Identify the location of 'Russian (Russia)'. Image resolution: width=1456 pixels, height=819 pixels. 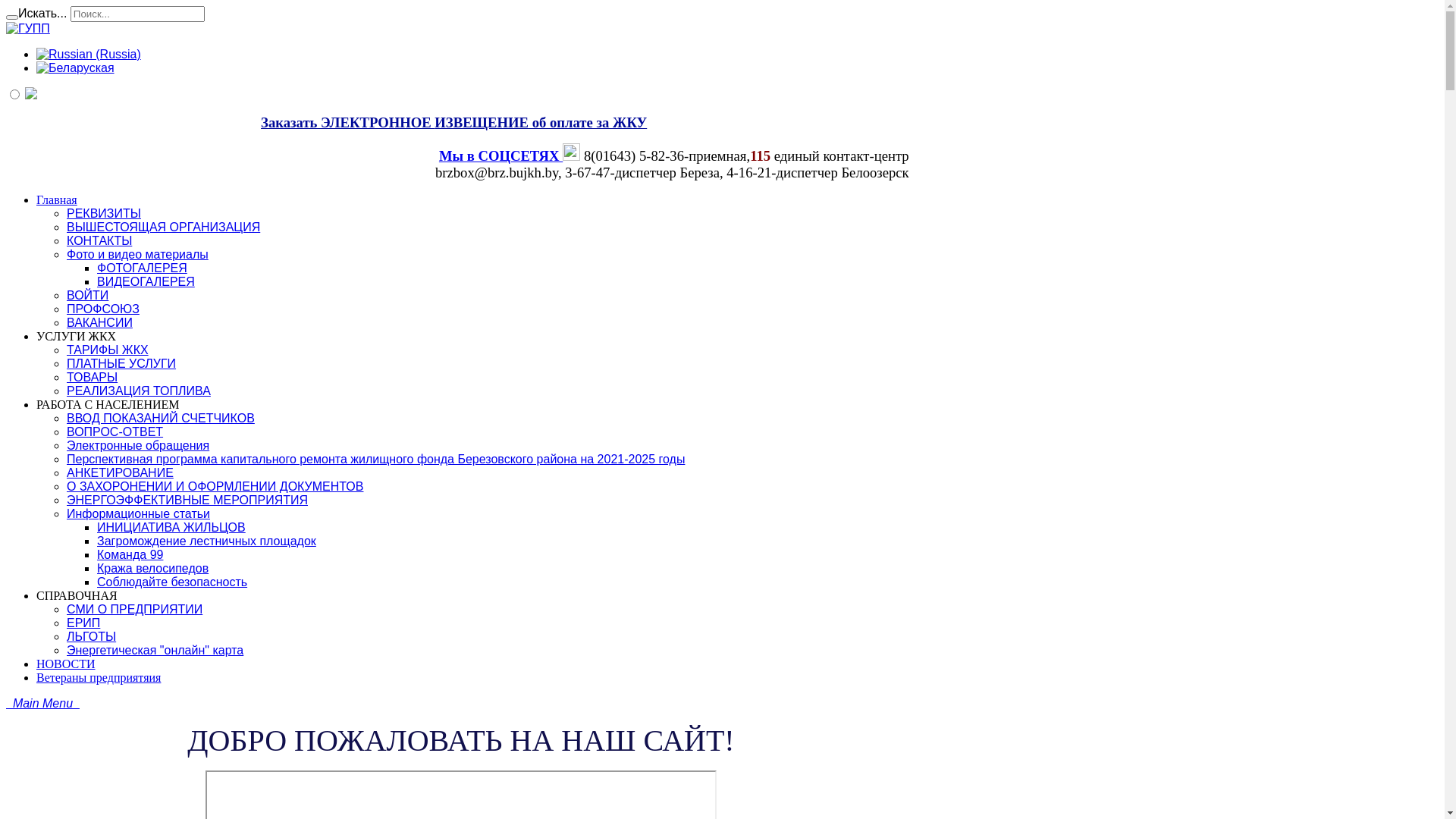
(87, 54).